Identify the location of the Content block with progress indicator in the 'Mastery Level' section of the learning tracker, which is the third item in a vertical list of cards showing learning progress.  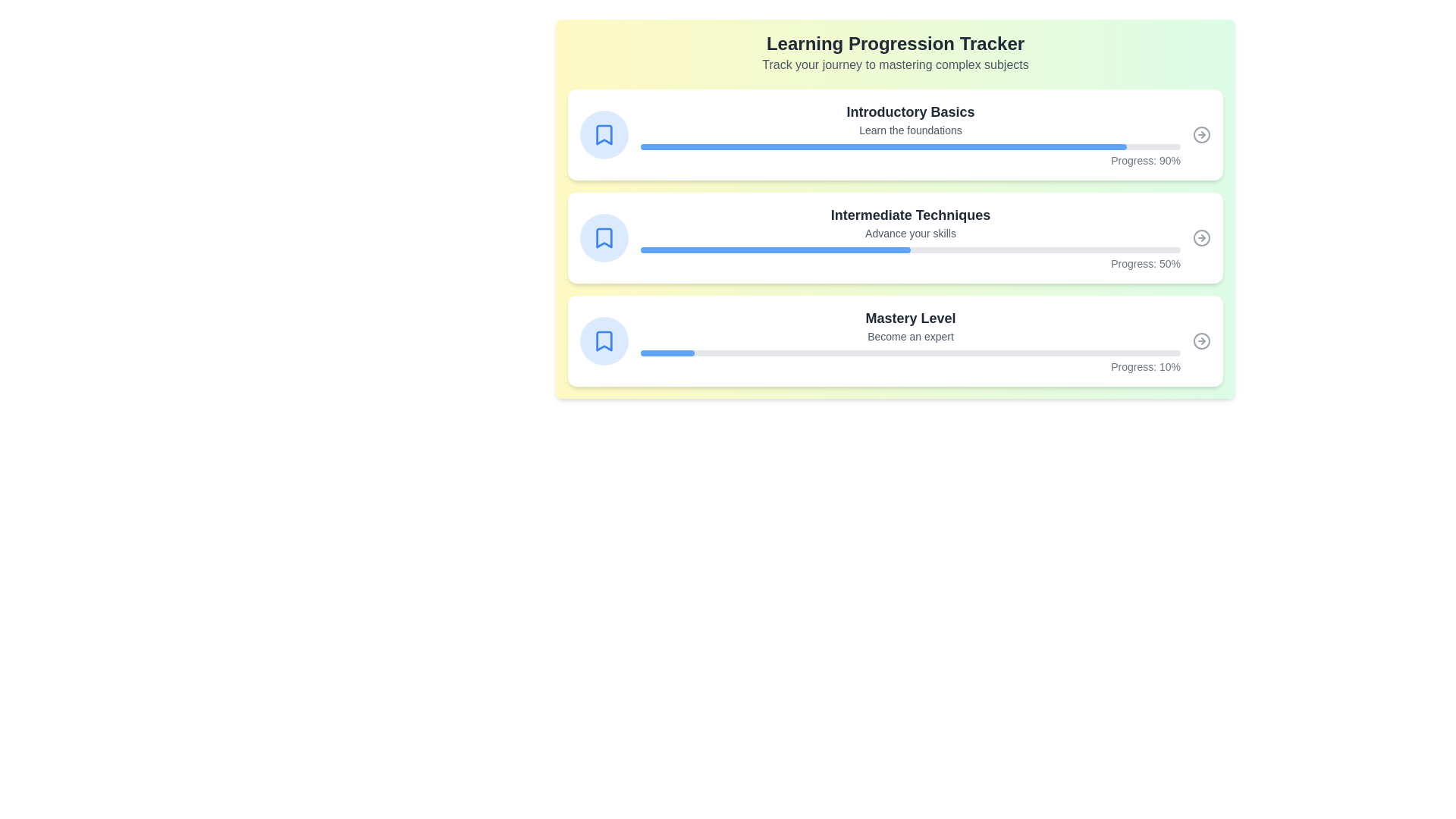
(910, 341).